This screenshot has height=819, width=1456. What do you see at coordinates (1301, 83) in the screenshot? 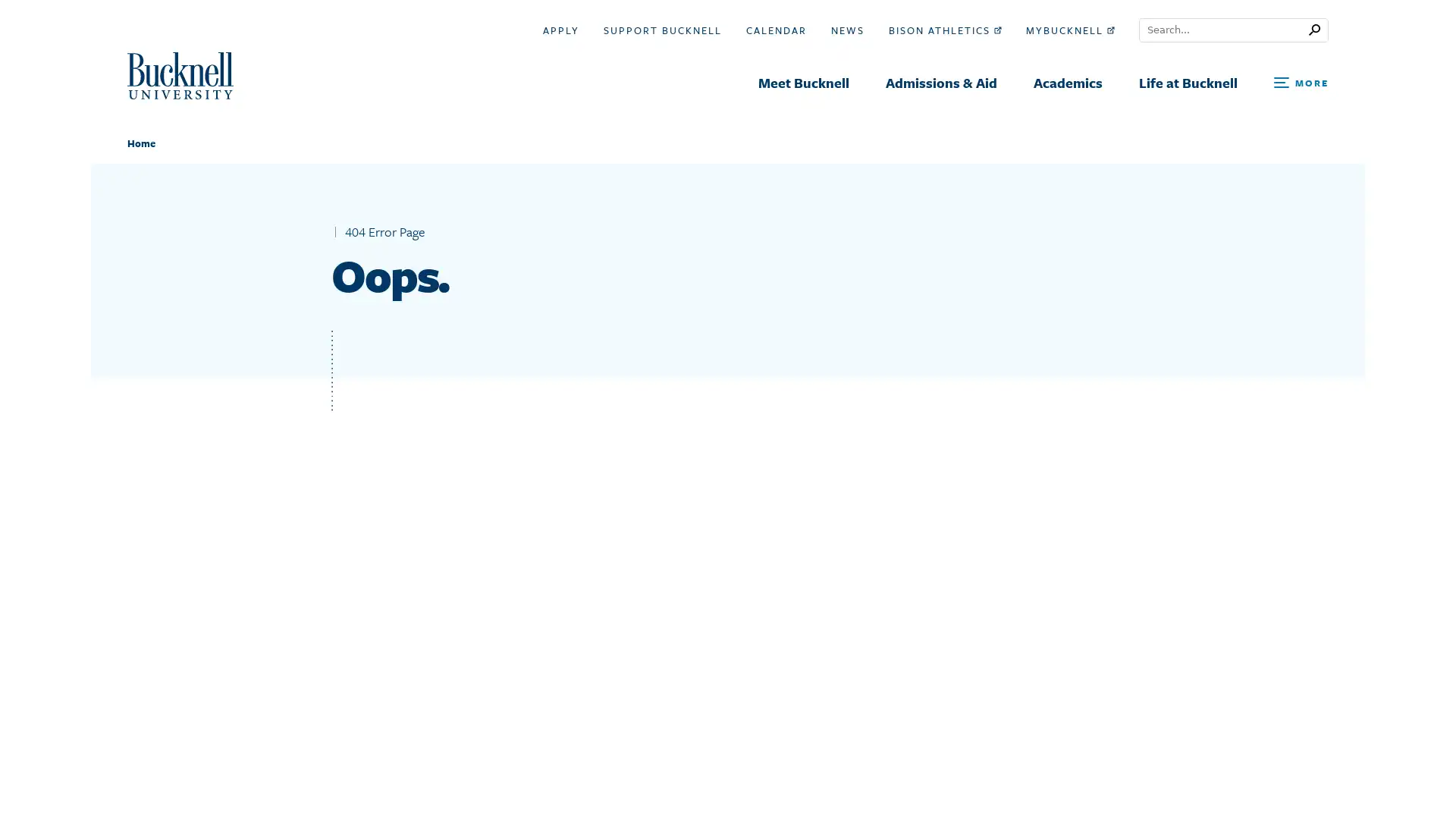
I see `Open Search and Additional Links` at bounding box center [1301, 83].